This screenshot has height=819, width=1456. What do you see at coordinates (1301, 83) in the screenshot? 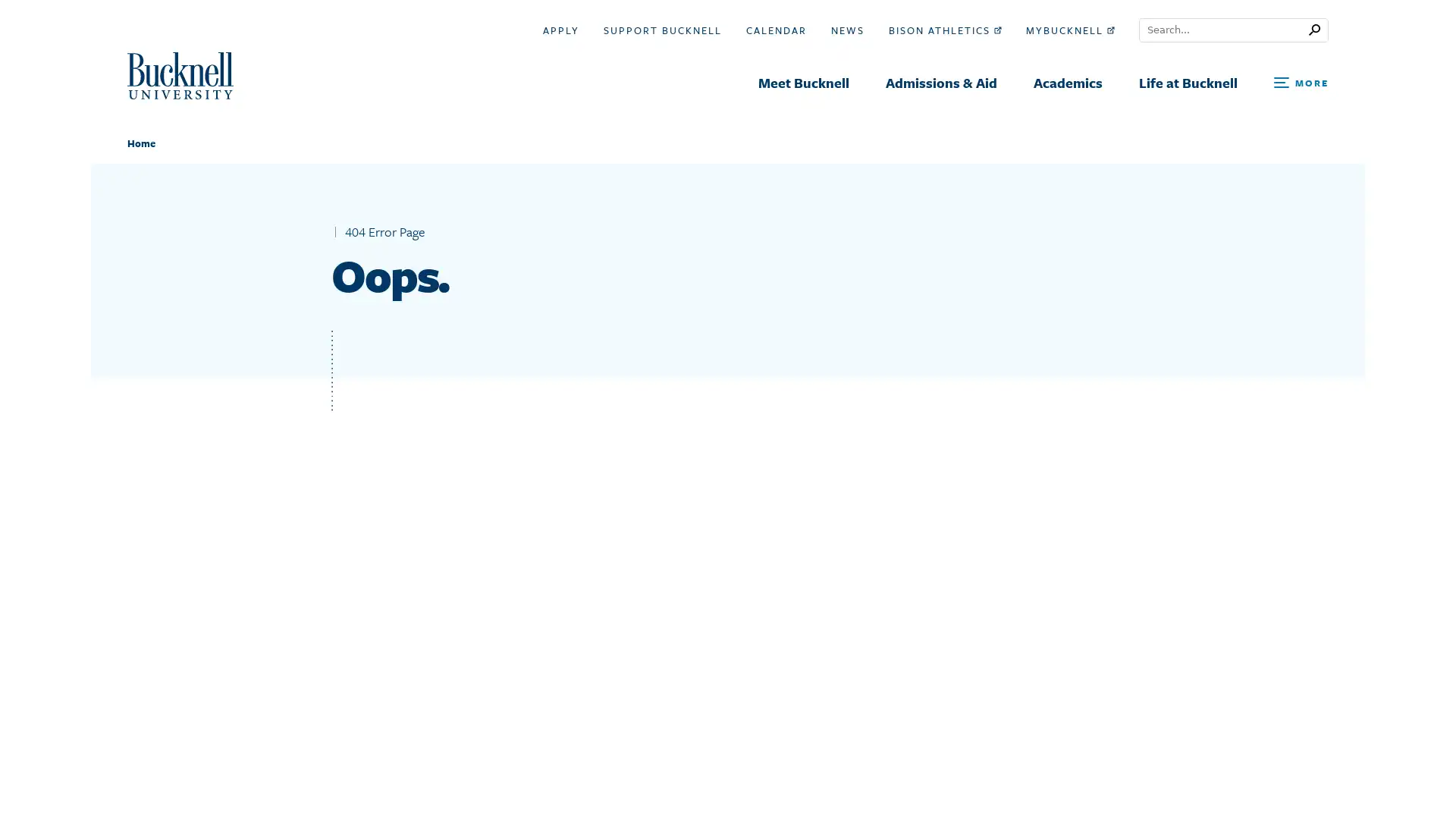
I see `Open Search and Additional Links` at bounding box center [1301, 83].